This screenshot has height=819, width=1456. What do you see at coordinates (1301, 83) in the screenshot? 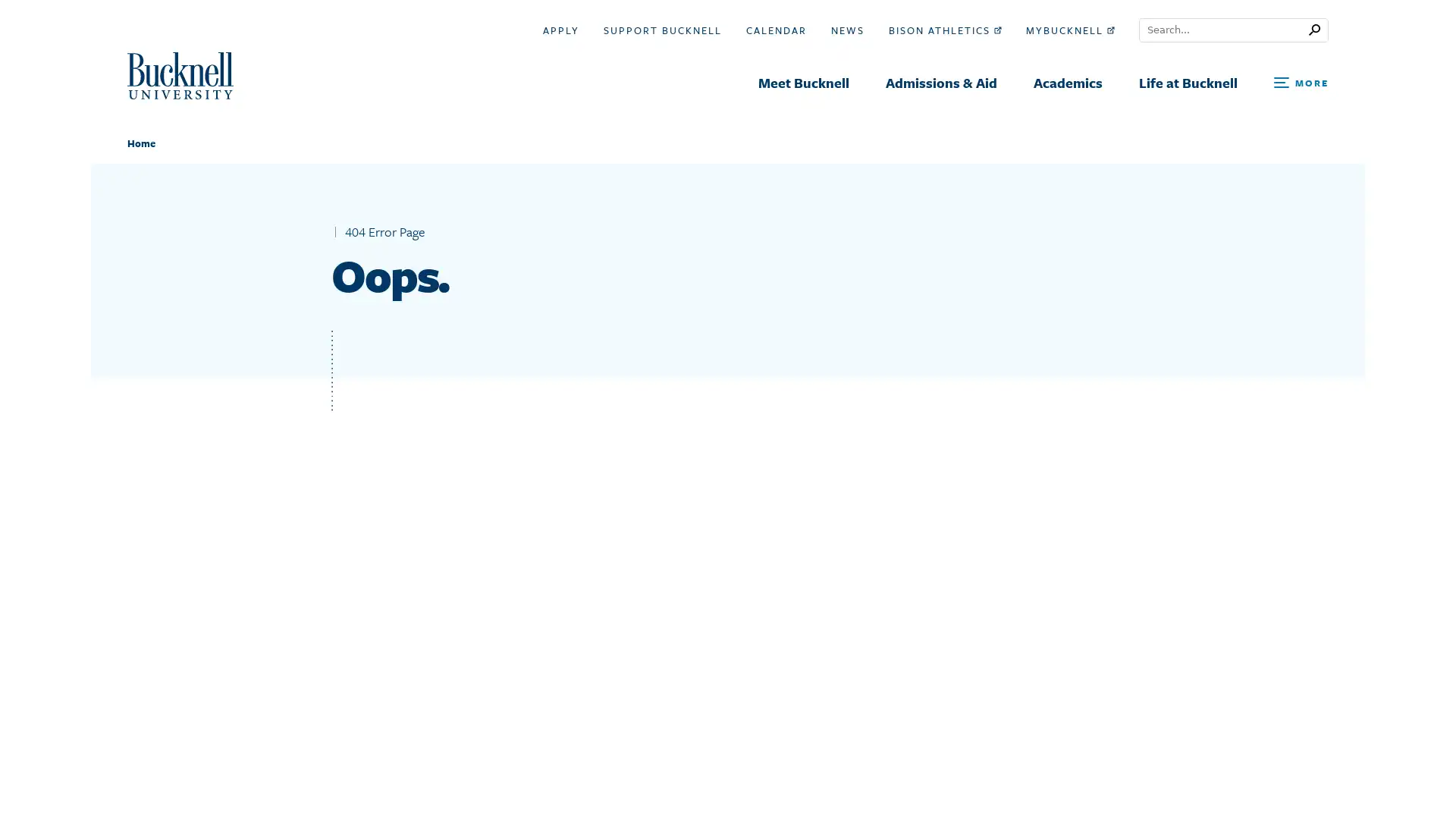
I see `Open Search and Additional Links` at bounding box center [1301, 83].